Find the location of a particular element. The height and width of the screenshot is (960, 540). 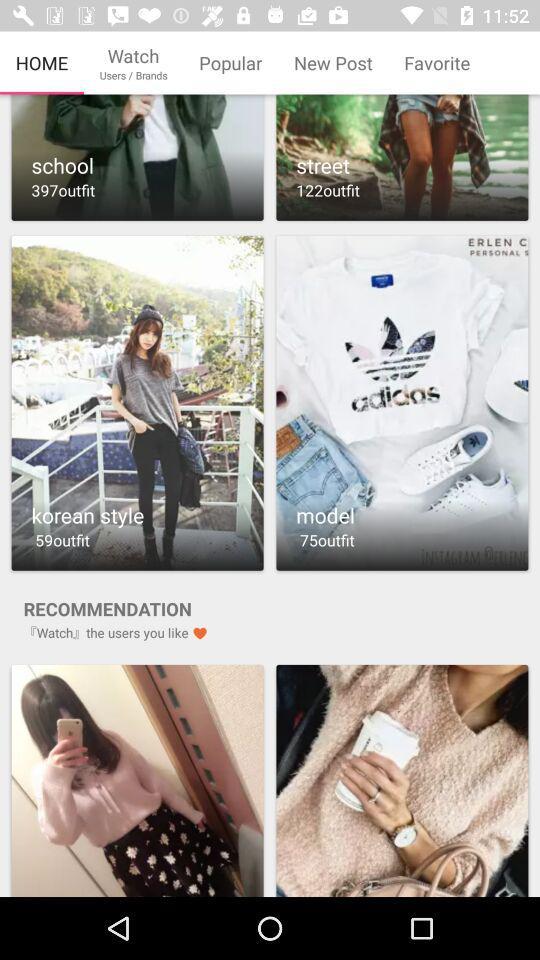

click on school 397 outfit option is located at coordinates (136, 157).